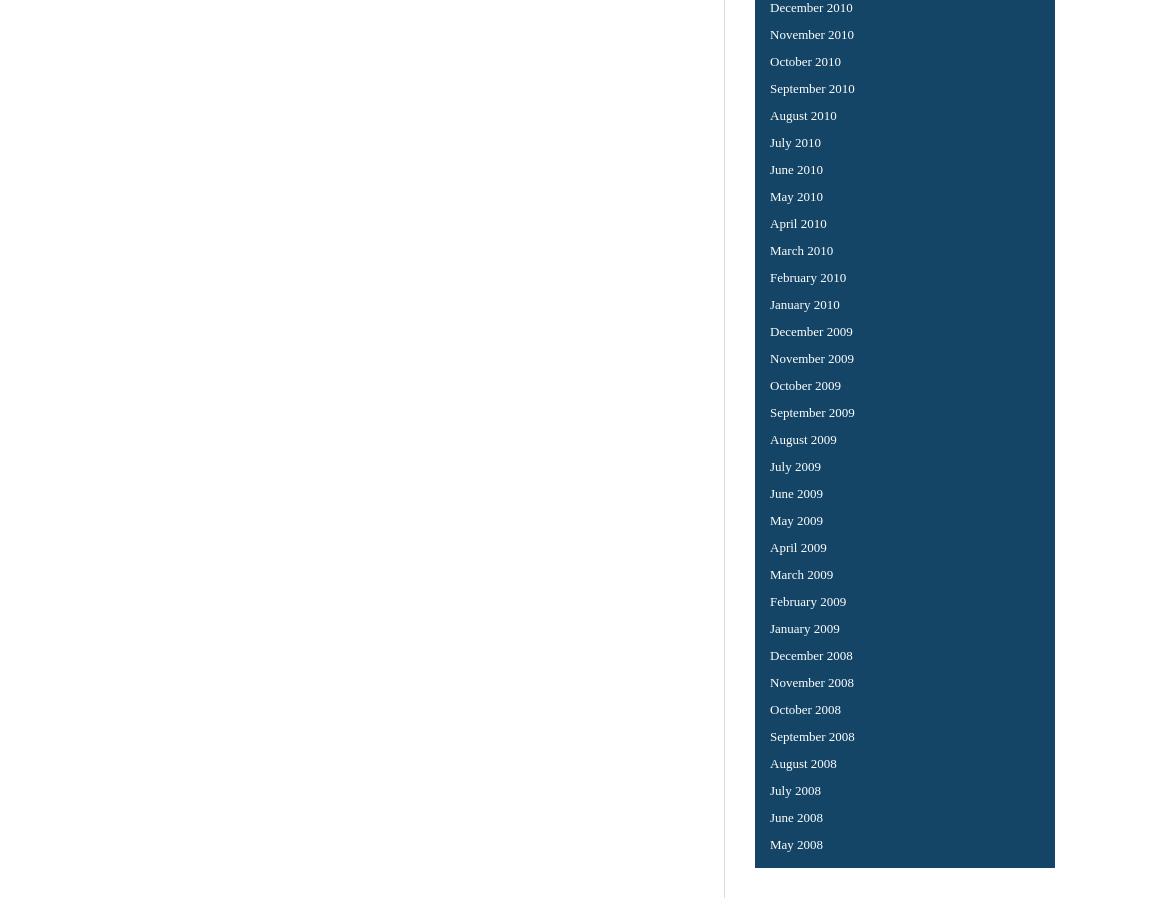 The height and width of the screenshot is (908, 1150). What do you see at coordinates (795, 491) in the screenshot?
I see `'June 2009'` at bounding box center [795, 491].